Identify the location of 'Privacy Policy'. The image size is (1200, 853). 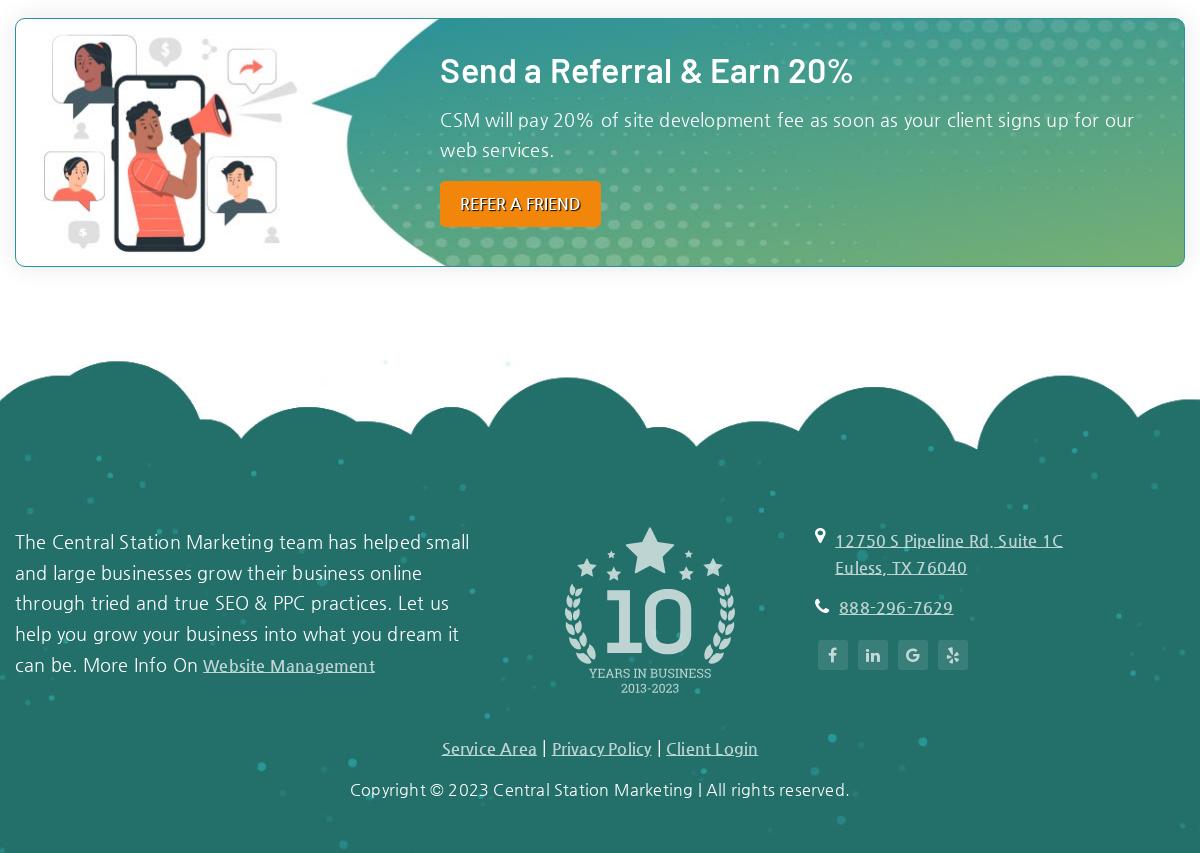
(600, 747).